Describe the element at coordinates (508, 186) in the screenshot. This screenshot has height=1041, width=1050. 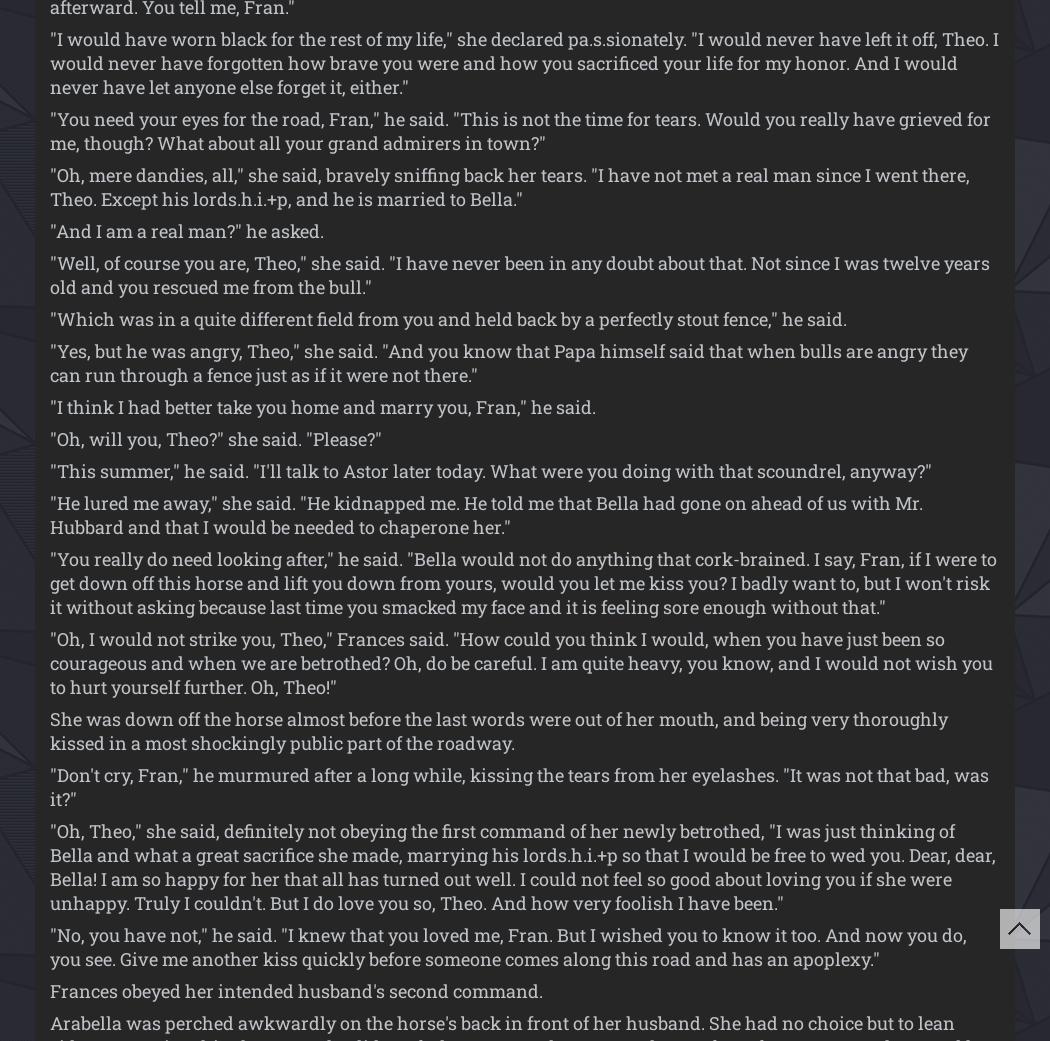
I see `'"Oh, mere dandies, all," she said, bravely sniffing back her tears. "I have not met a real man since I went there, Theo. Except his lords.h.i.+p, and he is married to Bella."'` at that location.